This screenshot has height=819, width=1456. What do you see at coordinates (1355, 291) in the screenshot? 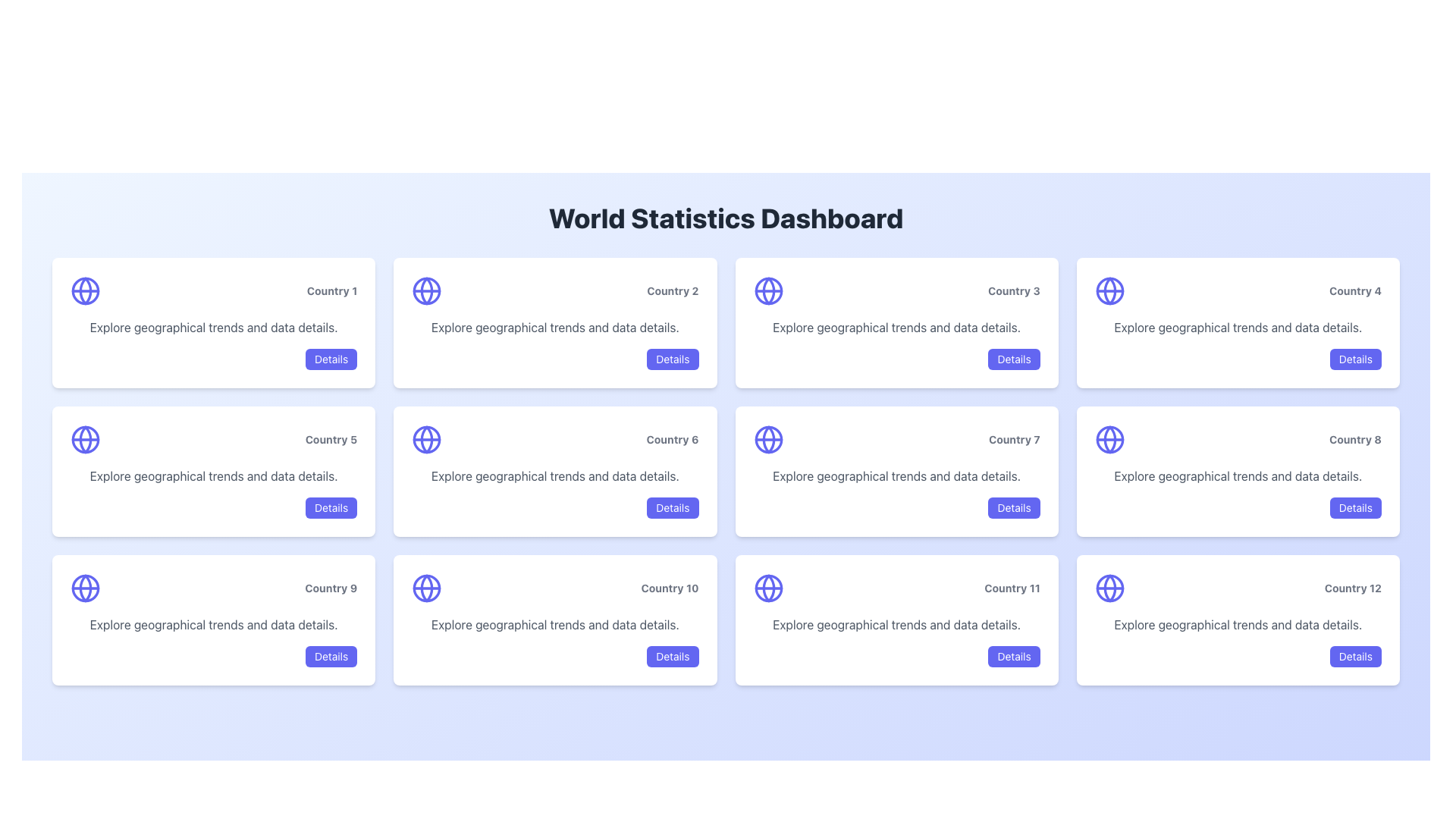
I see `the informational Text Label located at the top right corner of the box card representing Country 4 details` at bounding box center [1355, 291].